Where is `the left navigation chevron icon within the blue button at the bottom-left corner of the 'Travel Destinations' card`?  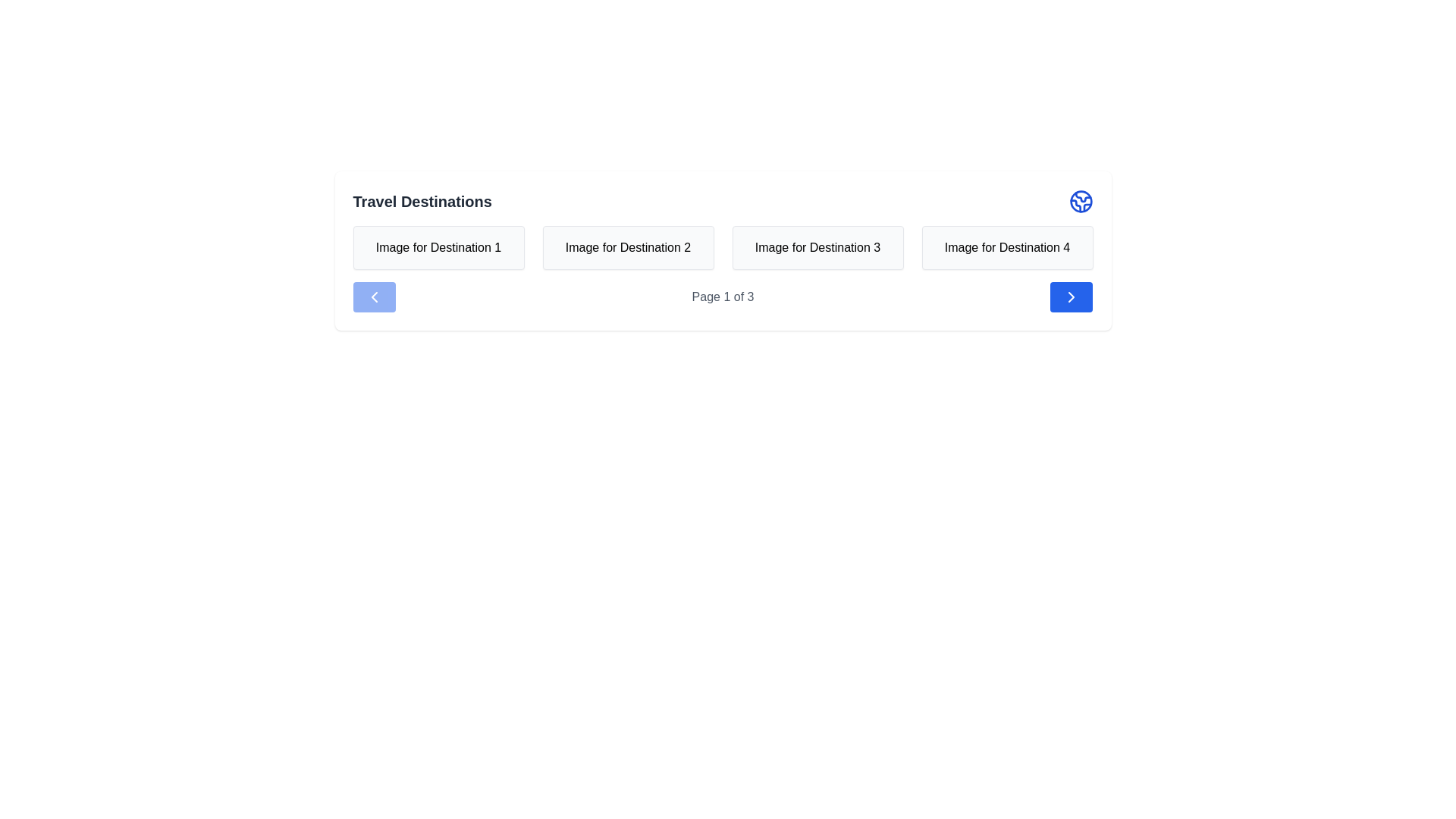
the left navigation chevron icon within the blue button at the bottom-left corner of the 'Travel Destinations' card is located at coordinates (374, 297).